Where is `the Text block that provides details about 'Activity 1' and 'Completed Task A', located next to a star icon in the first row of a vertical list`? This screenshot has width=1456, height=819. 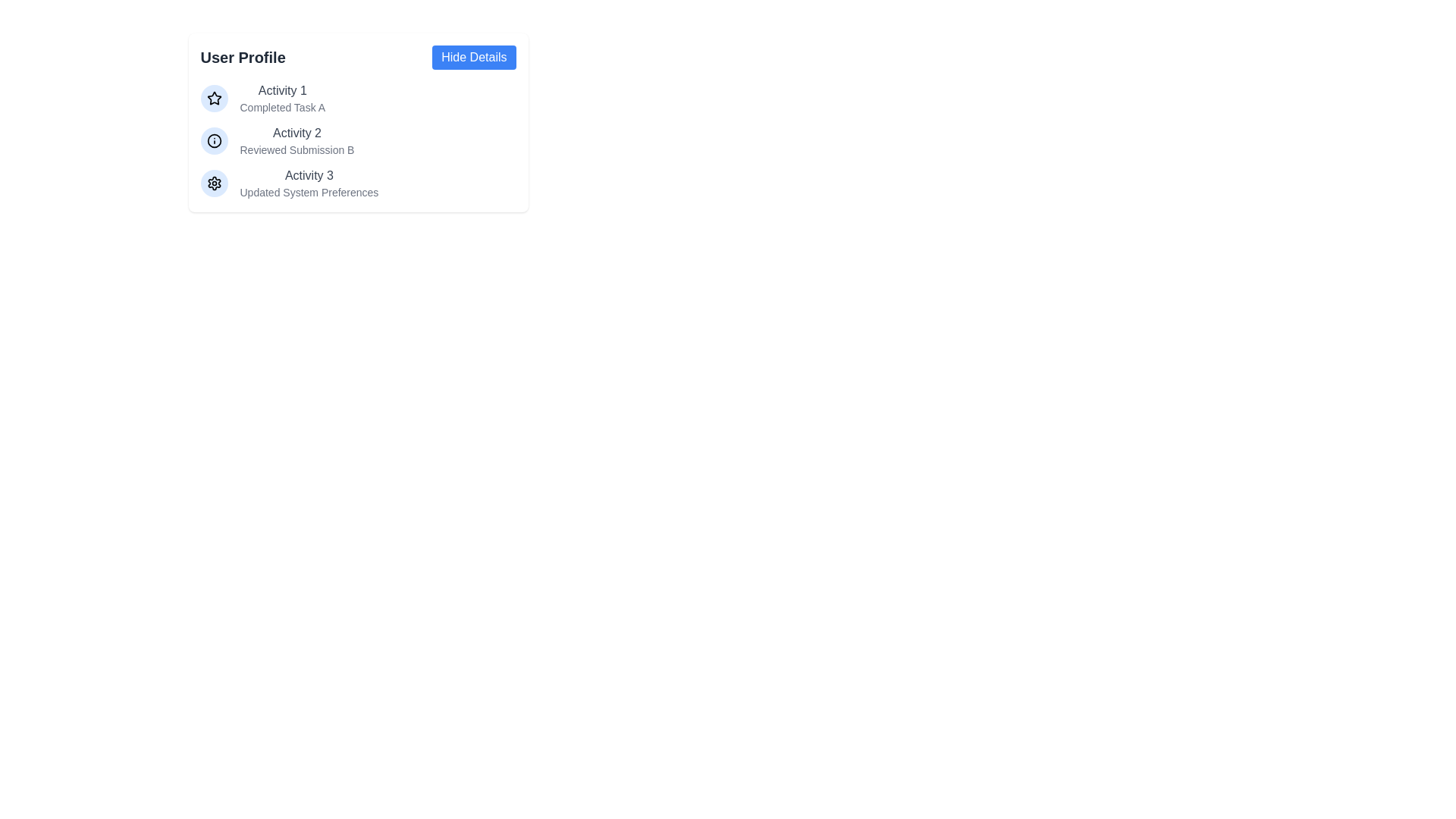 the Text block that provides details about 'Activity 1' and 'Completed Task A', located next to a star icon in the first row of a vertical list is located at coordinates (282, 99).